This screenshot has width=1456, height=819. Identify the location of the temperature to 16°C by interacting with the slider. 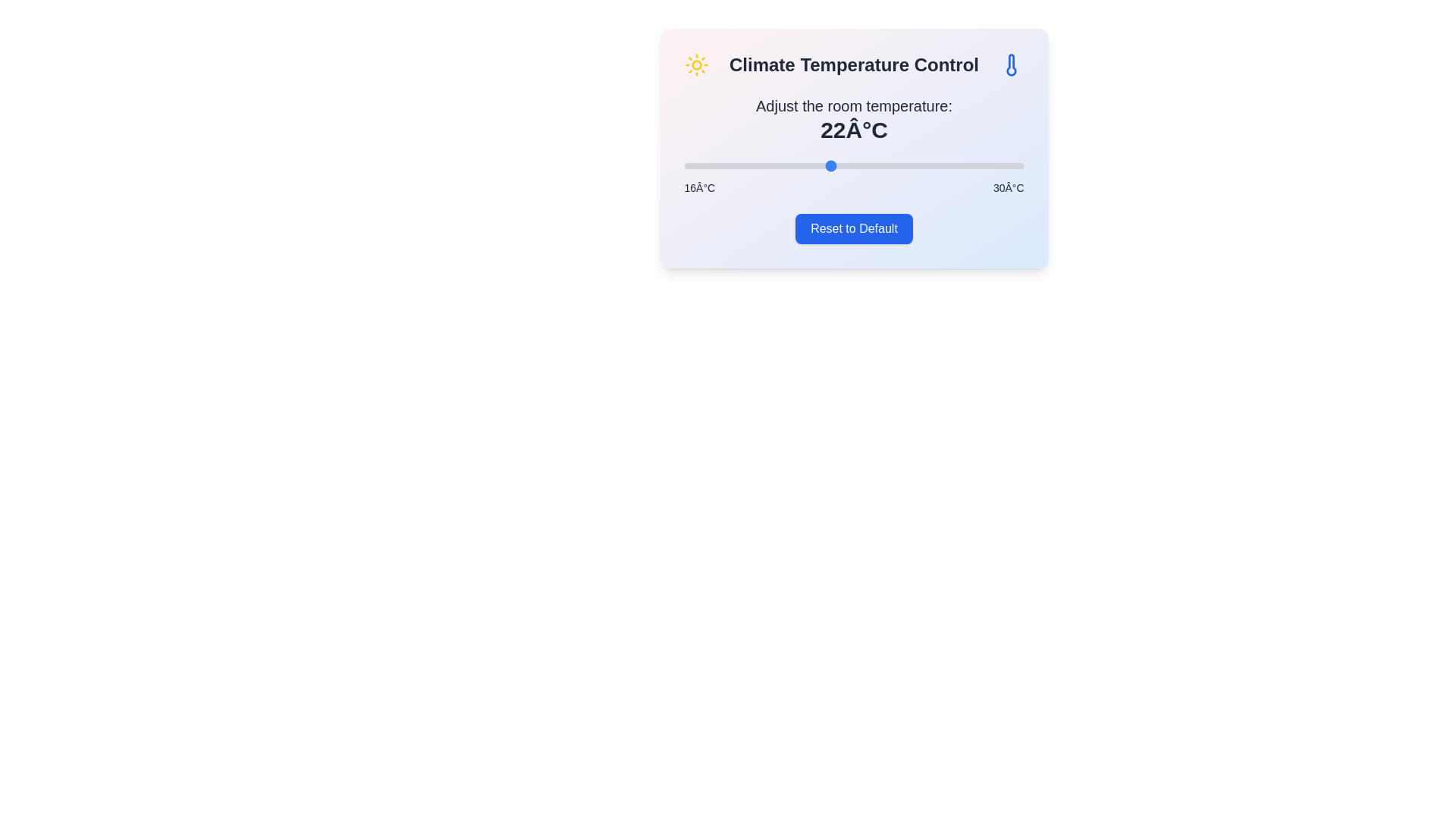
(683, 166).